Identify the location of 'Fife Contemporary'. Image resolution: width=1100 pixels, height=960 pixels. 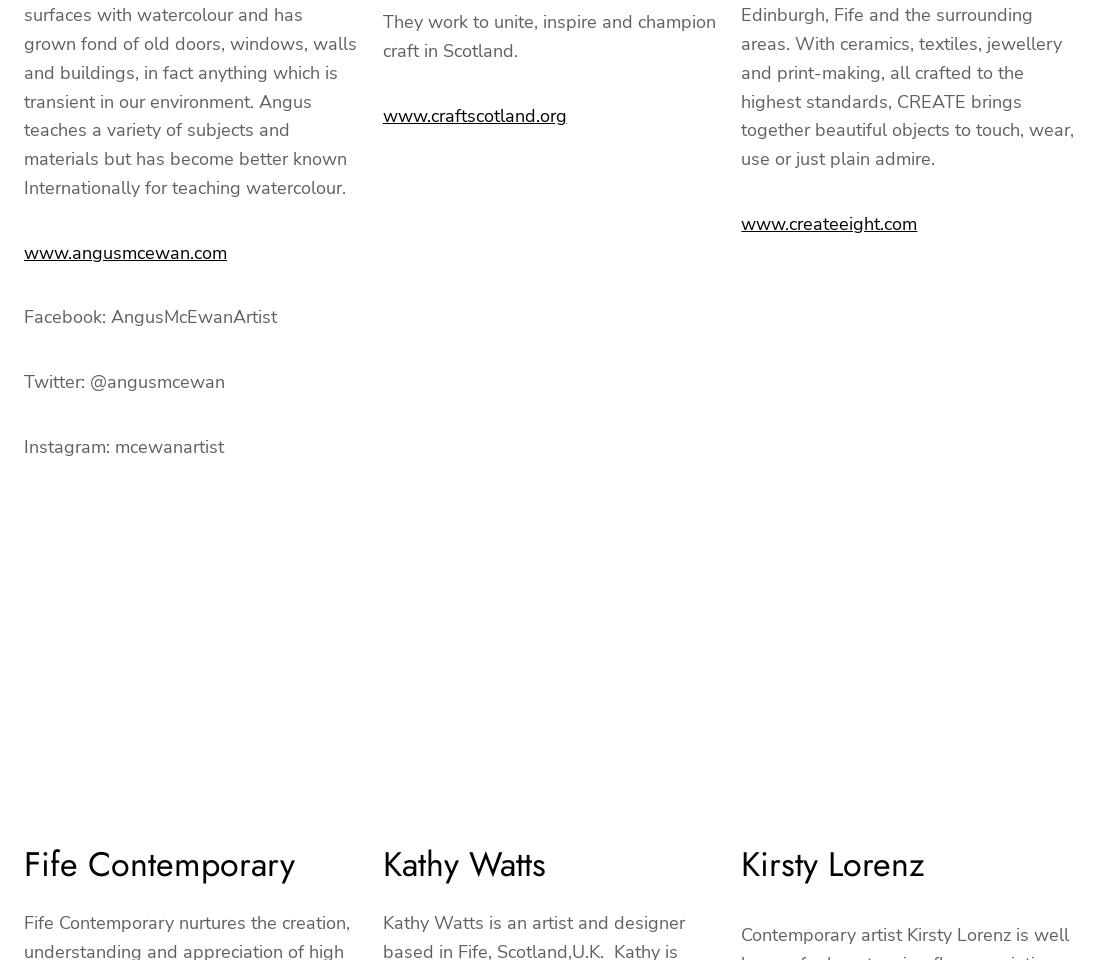
(158, 862).